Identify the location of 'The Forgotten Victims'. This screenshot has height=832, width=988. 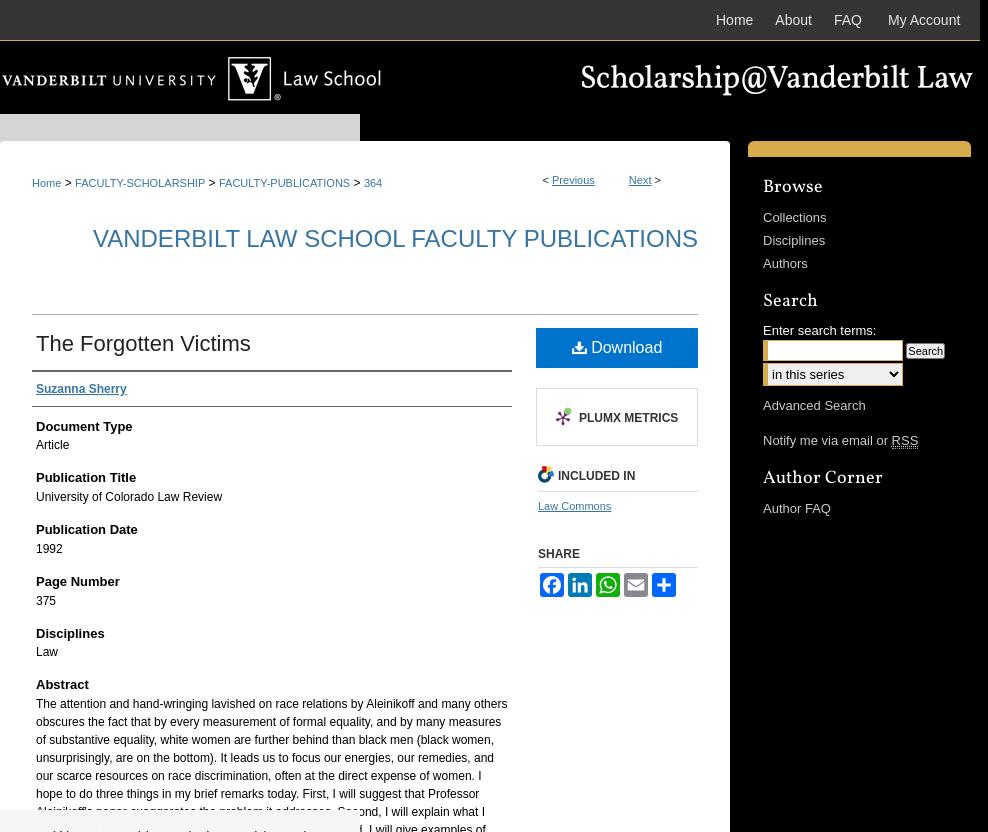
(34, 342).